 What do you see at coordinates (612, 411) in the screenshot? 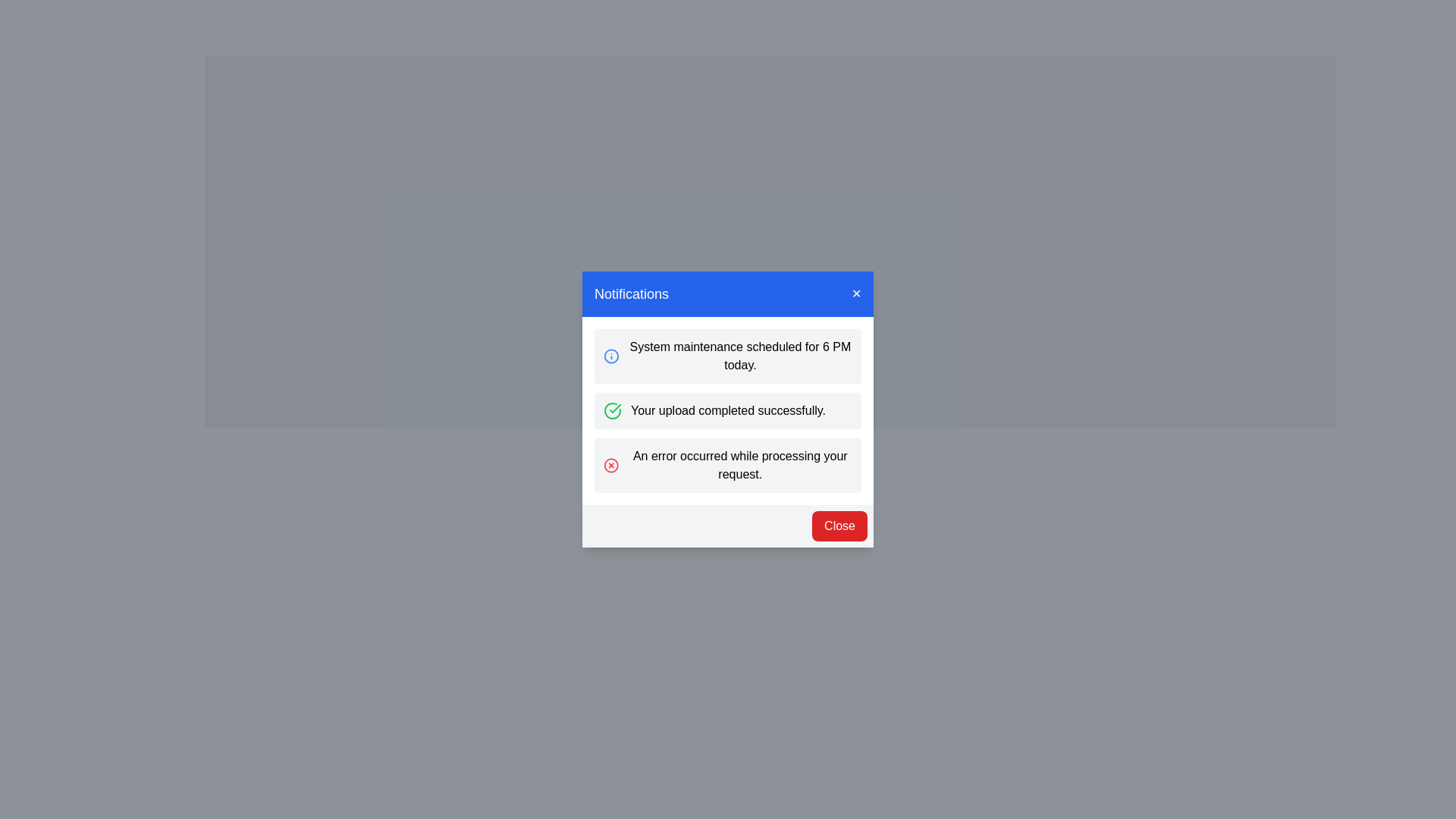
I see `the icon associated with the notification type Success` at bounding box center [612, 411].